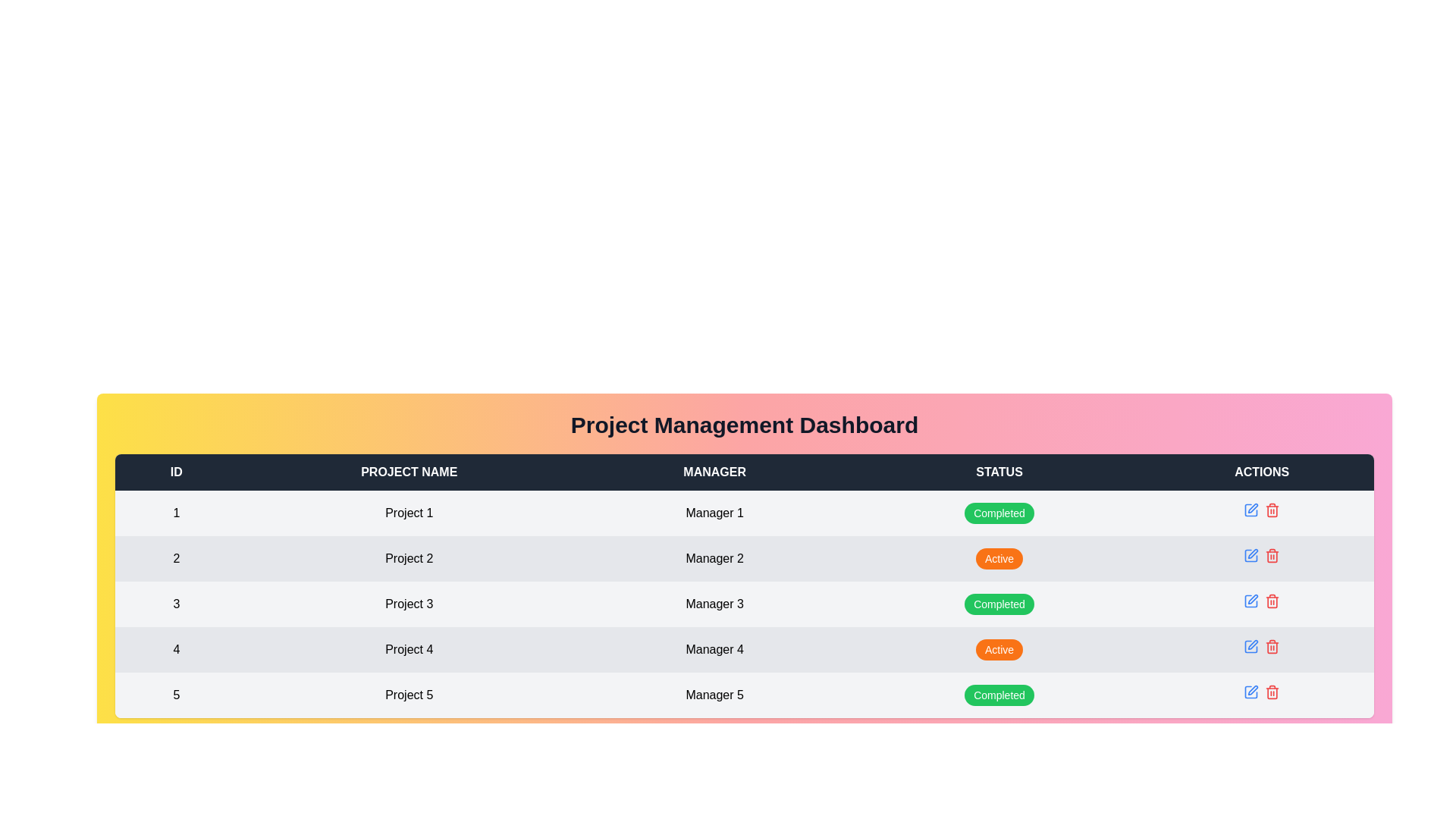  I want to click on the 'Completed' status label in the STATUS column for Project 5, so click(999, 695).